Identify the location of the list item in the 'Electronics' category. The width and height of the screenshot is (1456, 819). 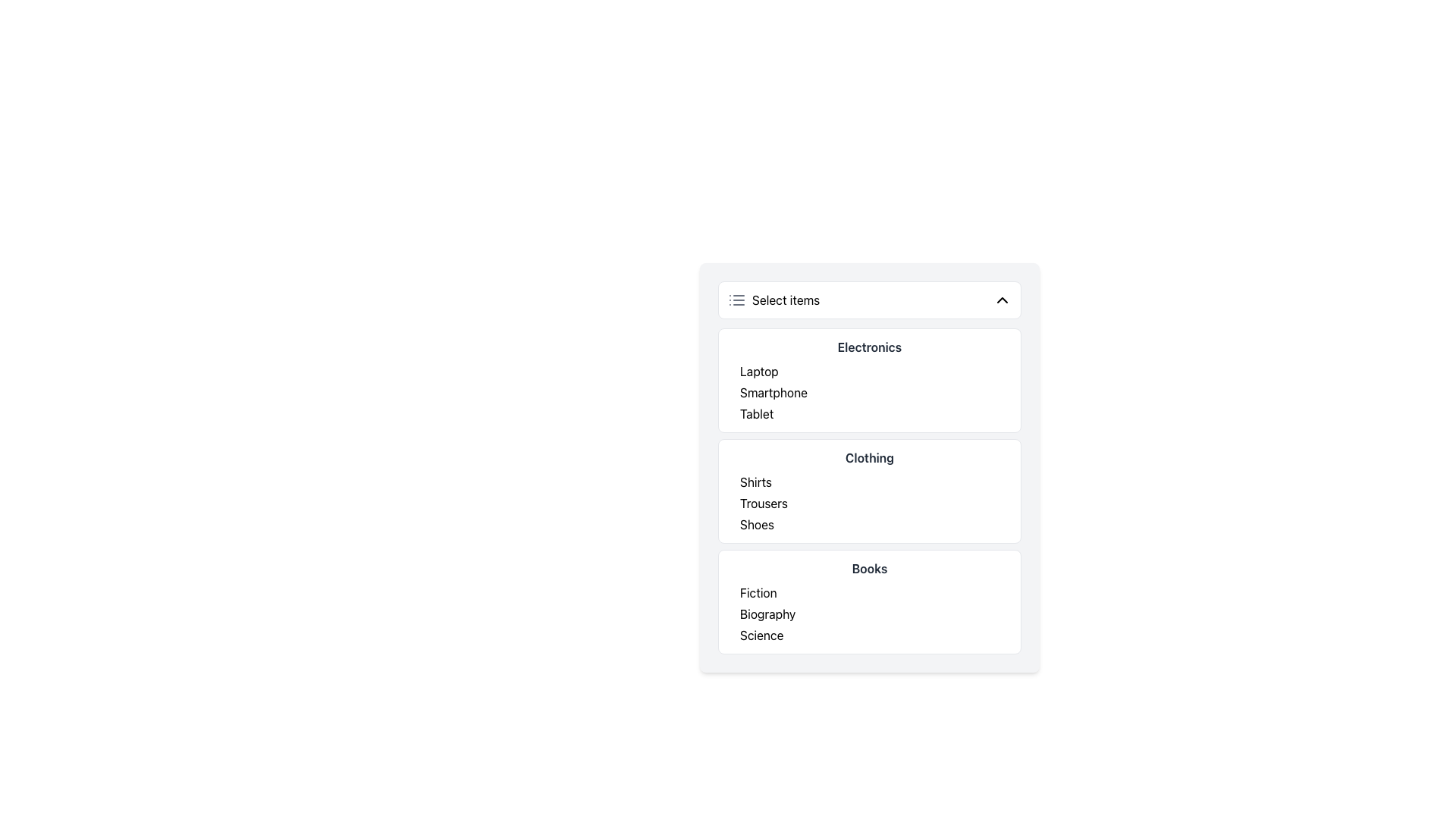
(870, 391).